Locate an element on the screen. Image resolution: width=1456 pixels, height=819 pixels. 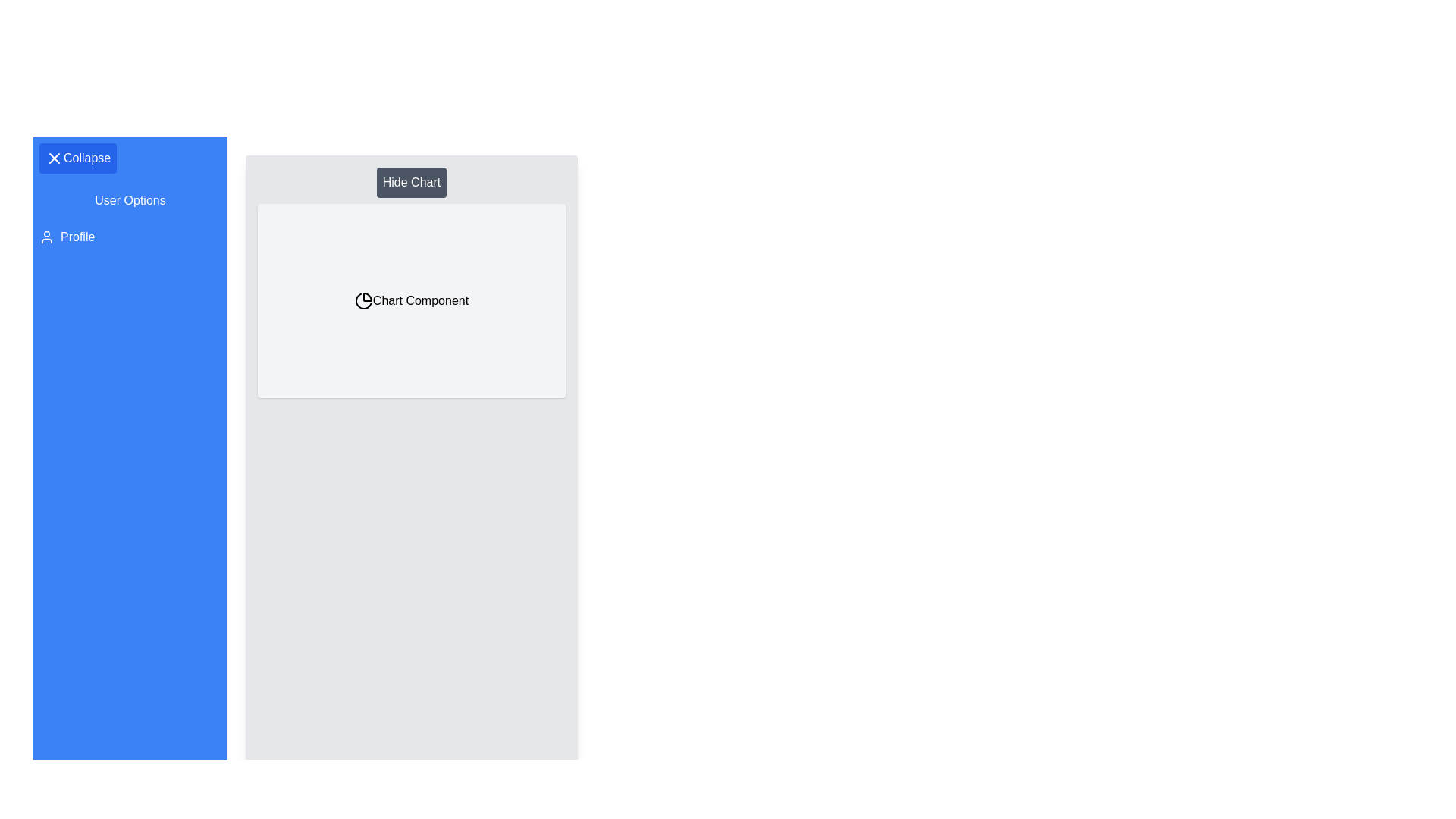
the Text Label that identifies user profile-related features, located below the 'User Options' title in the sidebar layout, next to a user avatar icon is located at coordinates (77, 237).